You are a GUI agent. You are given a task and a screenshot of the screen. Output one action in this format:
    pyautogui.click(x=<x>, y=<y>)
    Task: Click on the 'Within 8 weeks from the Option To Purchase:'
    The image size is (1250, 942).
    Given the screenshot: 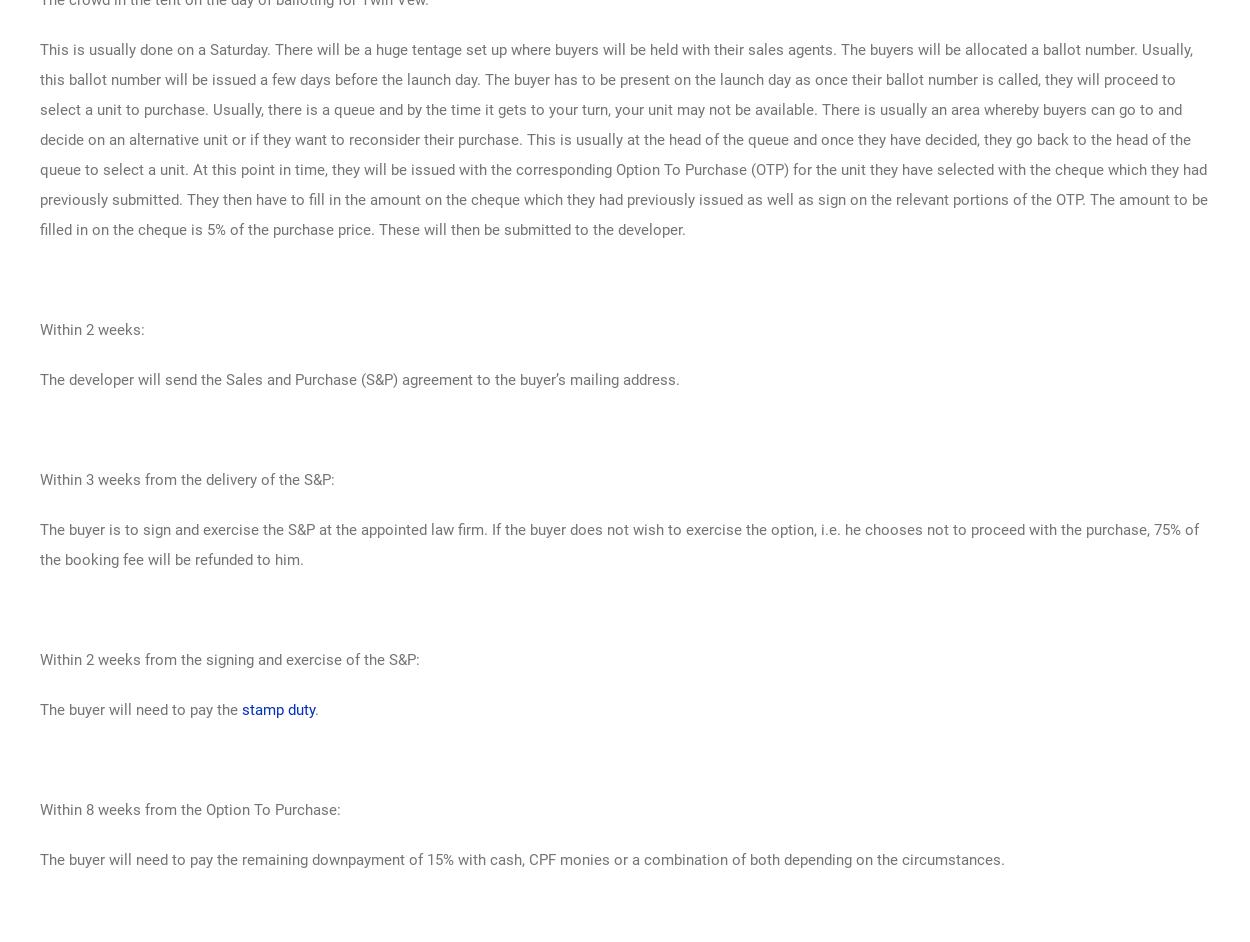 What is the action you would take?
    pyautogui.click(x=189, y=807)
    